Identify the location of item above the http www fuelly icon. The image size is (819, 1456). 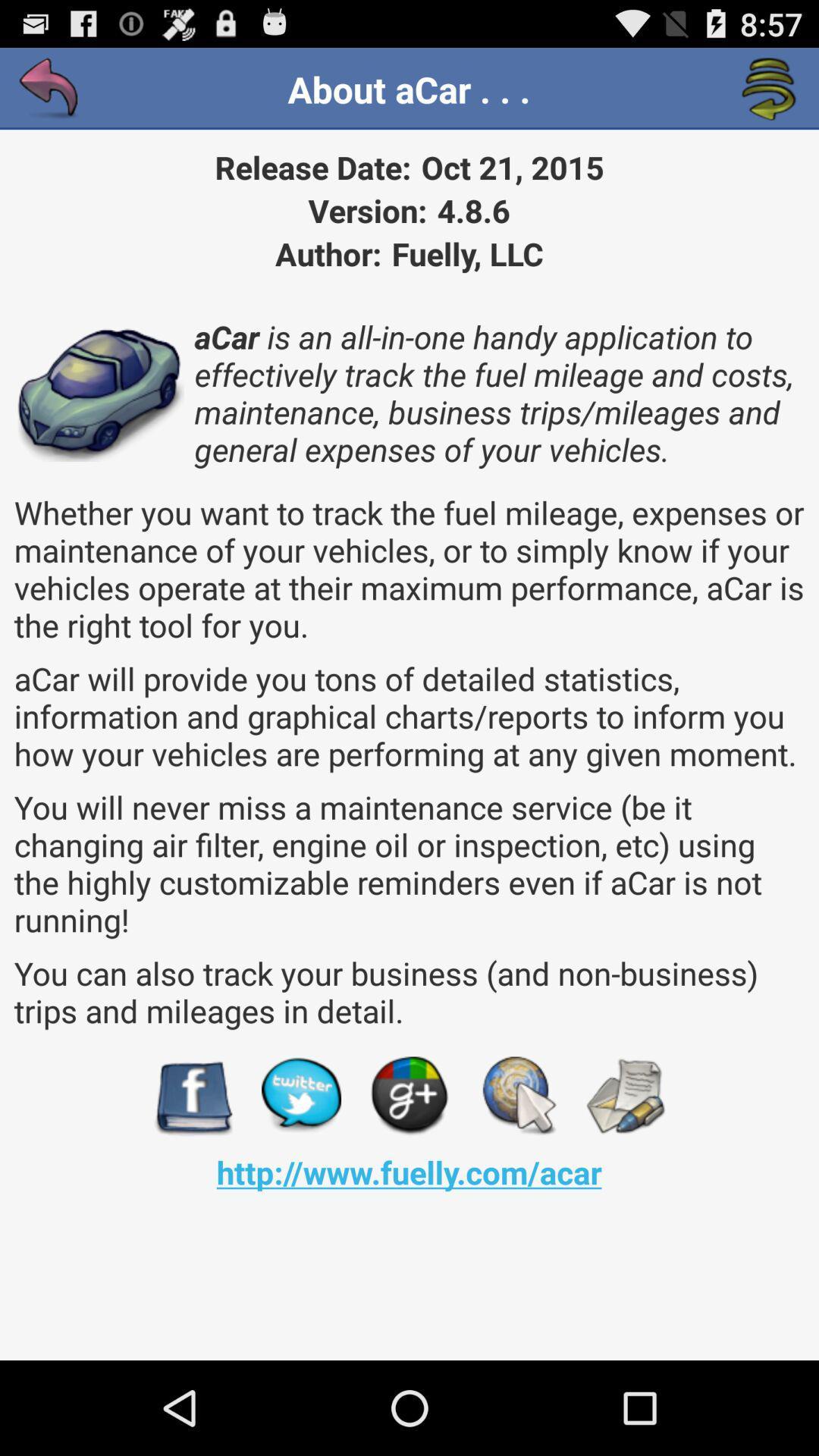
(409, 1096).